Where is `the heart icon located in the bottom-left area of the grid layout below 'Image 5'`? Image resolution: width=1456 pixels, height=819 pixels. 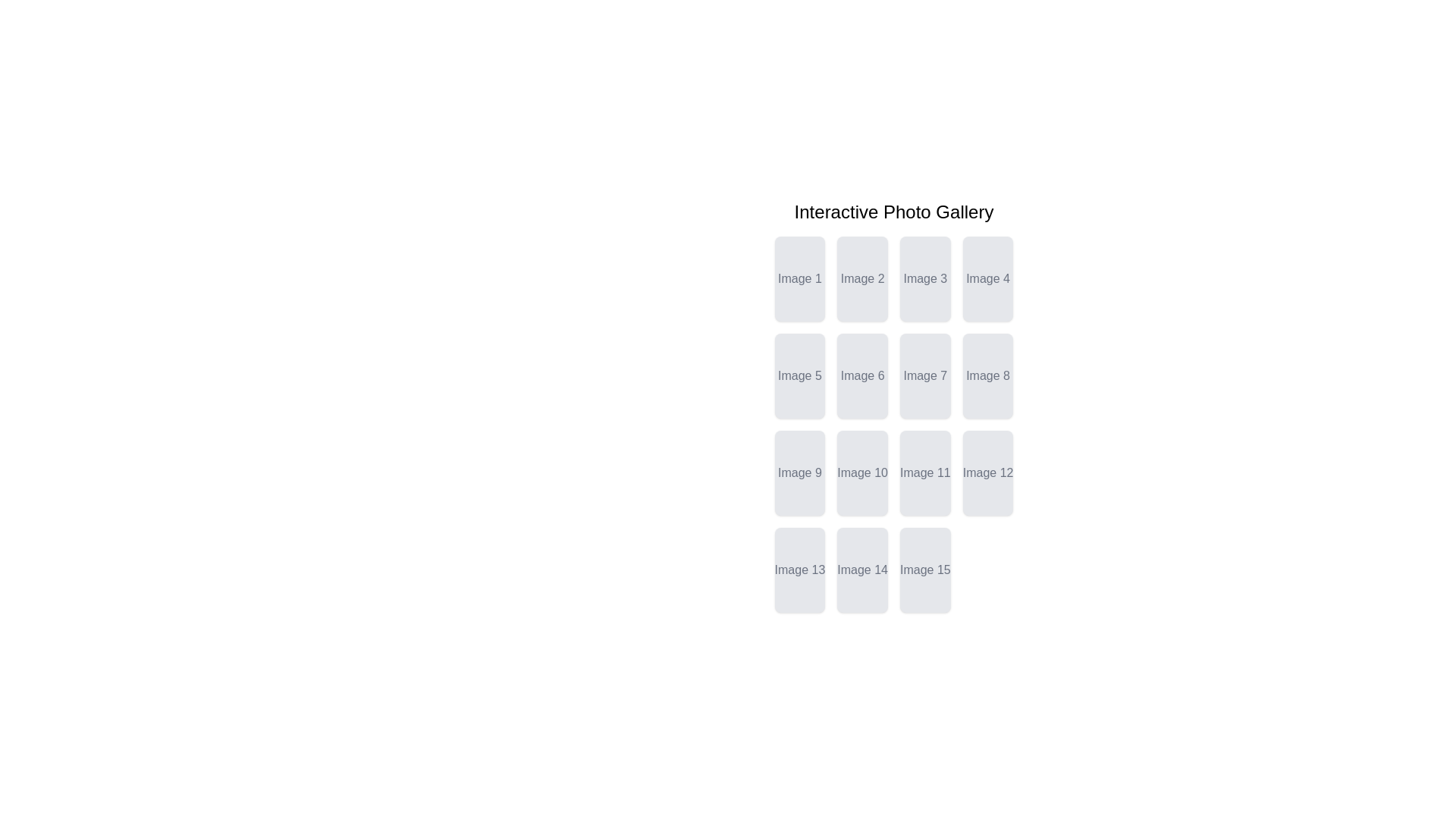
the heart icon located in the bottom-left area of the grid layout below 'Image 5' is located at coordinates (795, 378).